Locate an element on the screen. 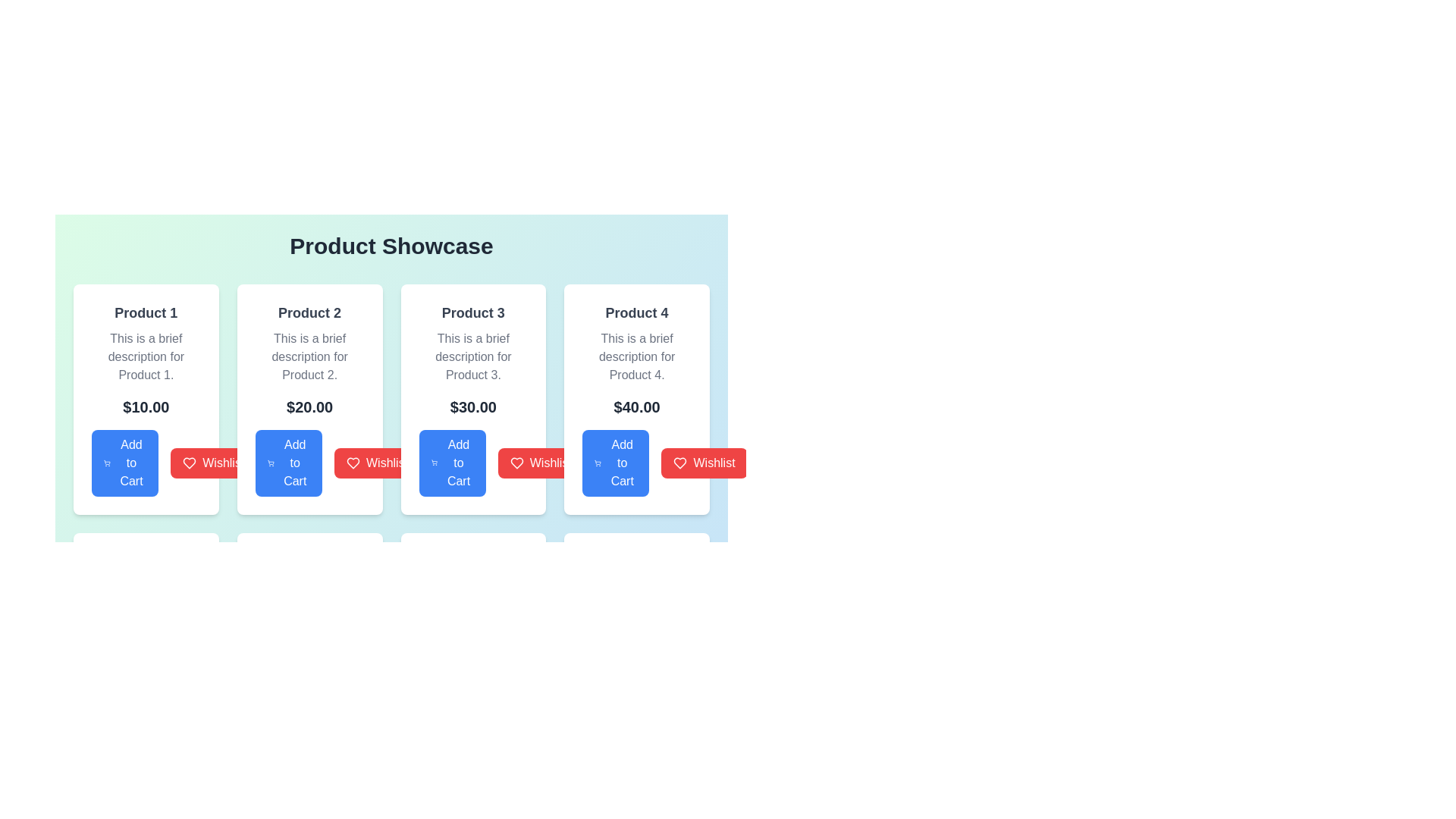 This screenshot has width=1456, height=819. the rightmost button in the 'Product 3' card is located at coordinates (541, 462).